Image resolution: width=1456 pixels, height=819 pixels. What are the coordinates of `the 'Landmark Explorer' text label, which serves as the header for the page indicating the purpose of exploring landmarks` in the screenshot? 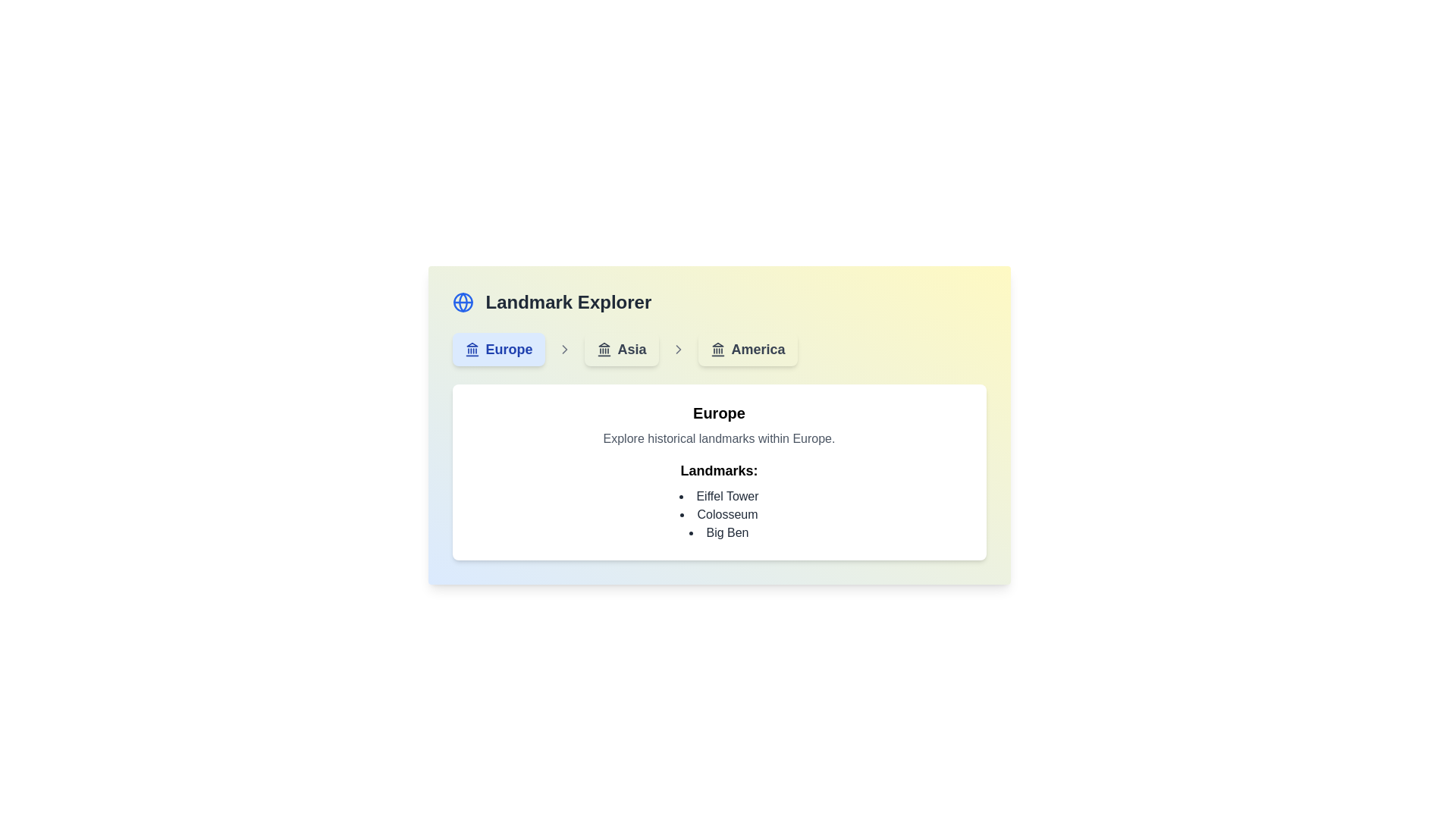 It's located at (567, 302).